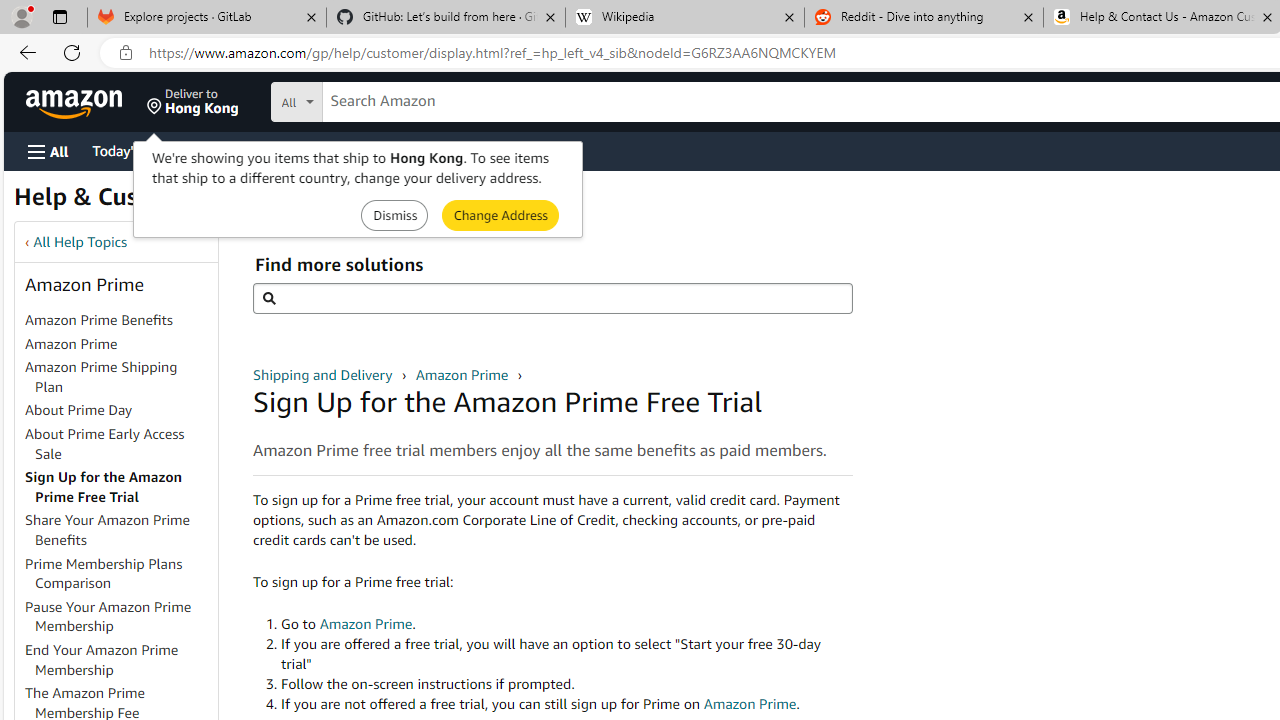  Describe the element at coordinates (193, 101) in the screenshot. I see `'Deliver to Hong Kong'` at that location.